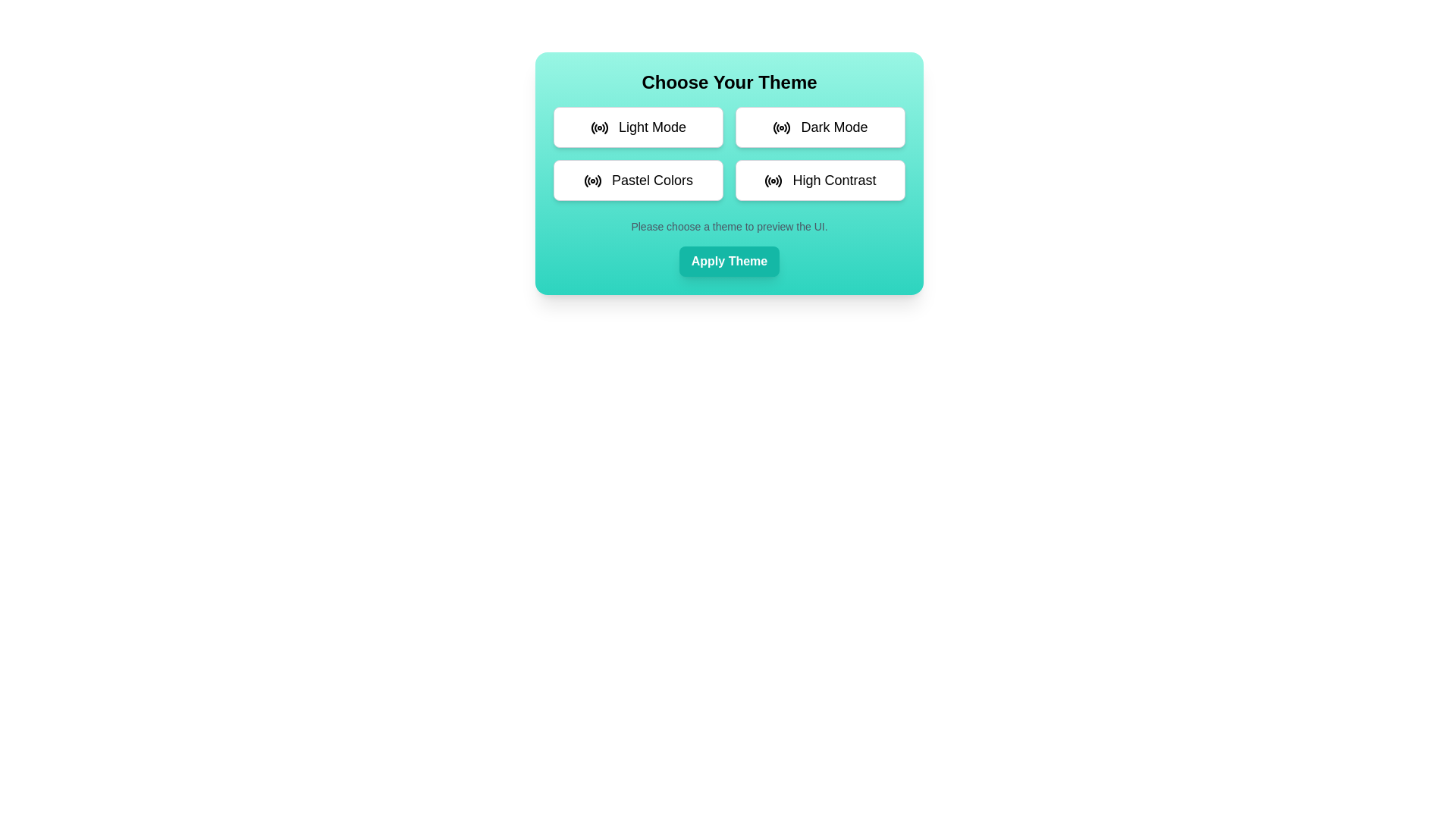  Describe the element at coordinates (592, 180) in the screenshot. I see `the 'Pastel Colors' icon located to the left of the 'Pastel Colors' button in the theme selection interface` at that location.